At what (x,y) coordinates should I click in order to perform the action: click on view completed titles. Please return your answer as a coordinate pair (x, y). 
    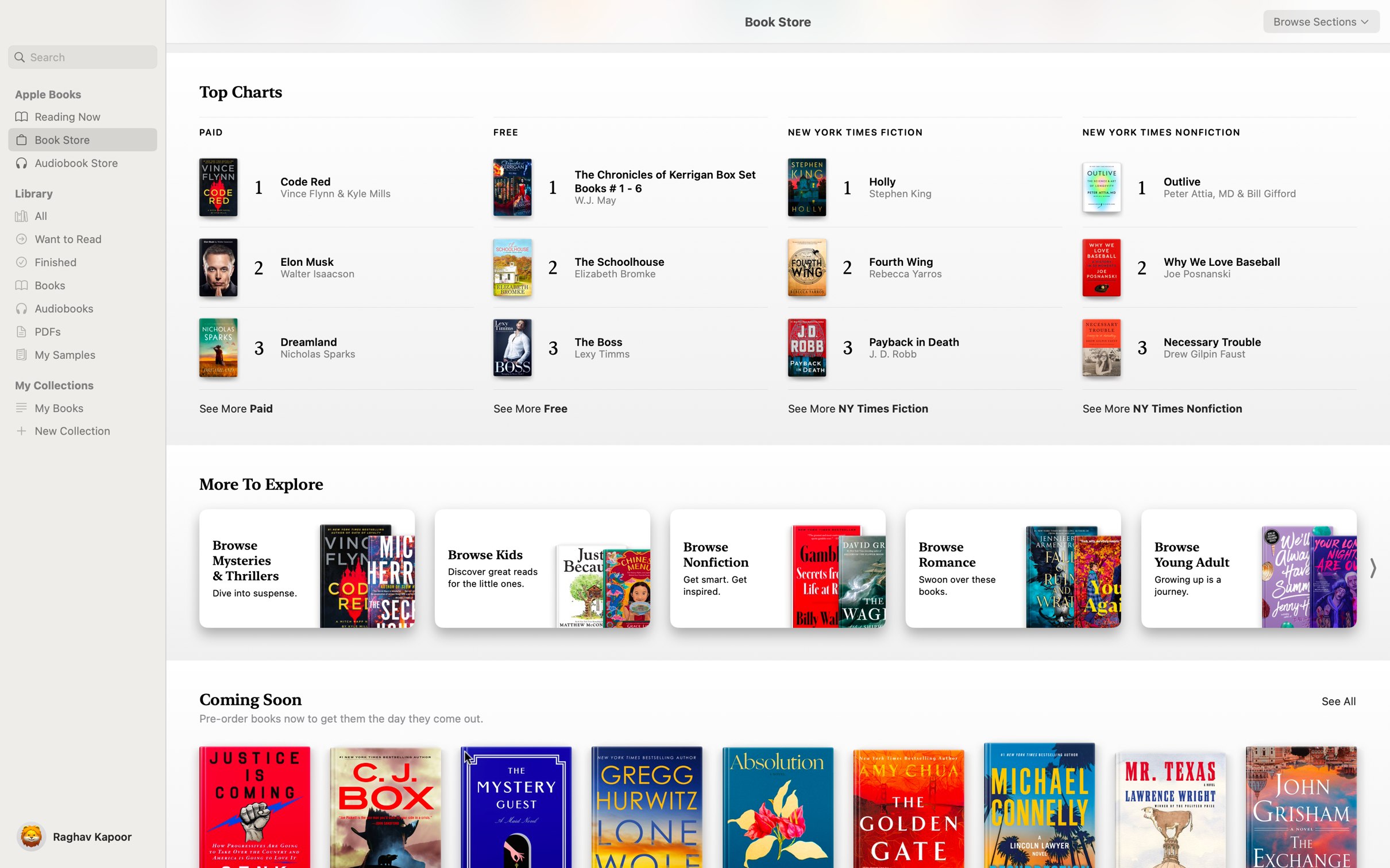
    Looking at the image, I should click on (2615285, 968688).